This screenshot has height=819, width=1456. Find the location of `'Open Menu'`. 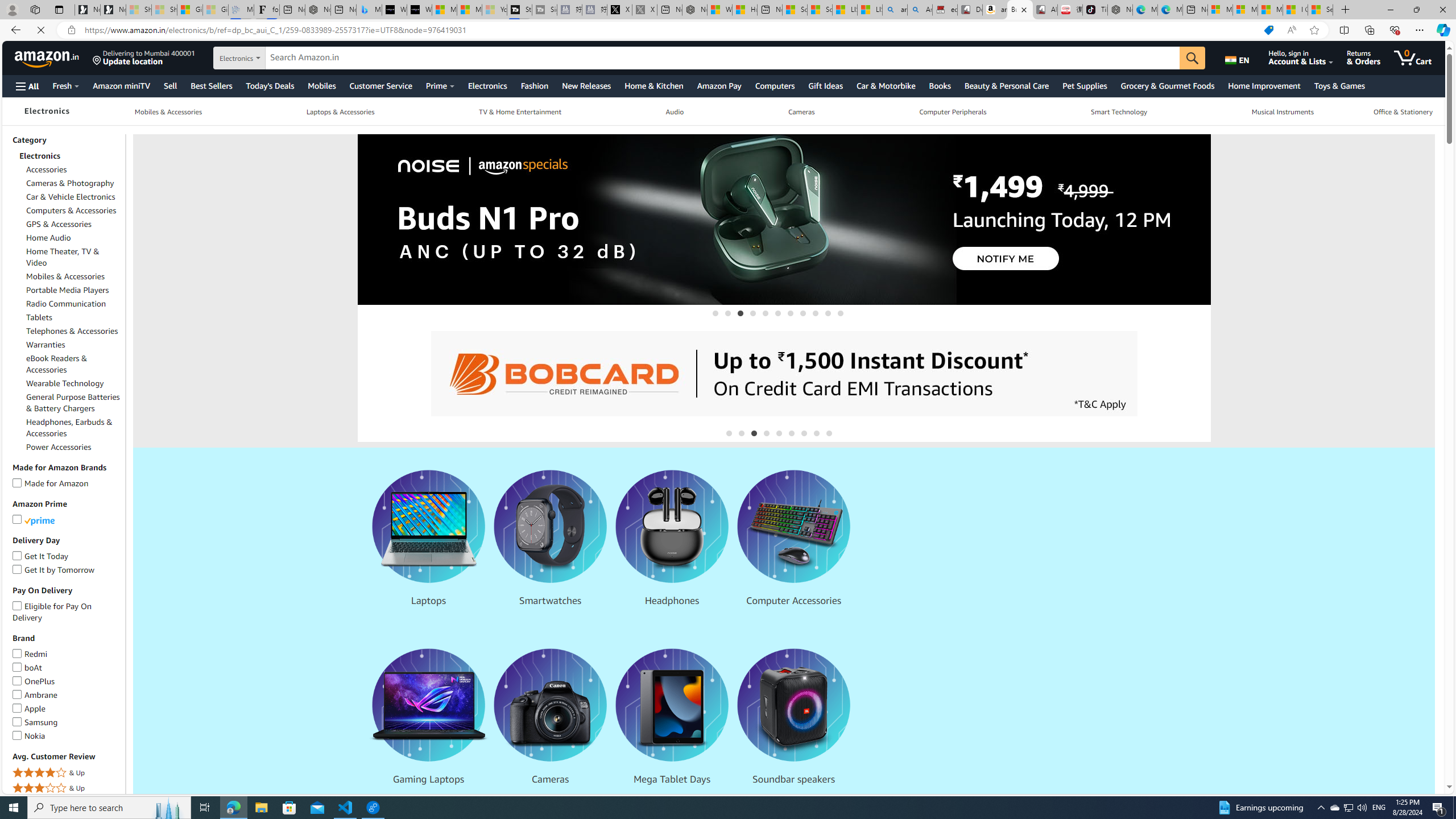

'Open Menu' is located at coordinates (26, 85).